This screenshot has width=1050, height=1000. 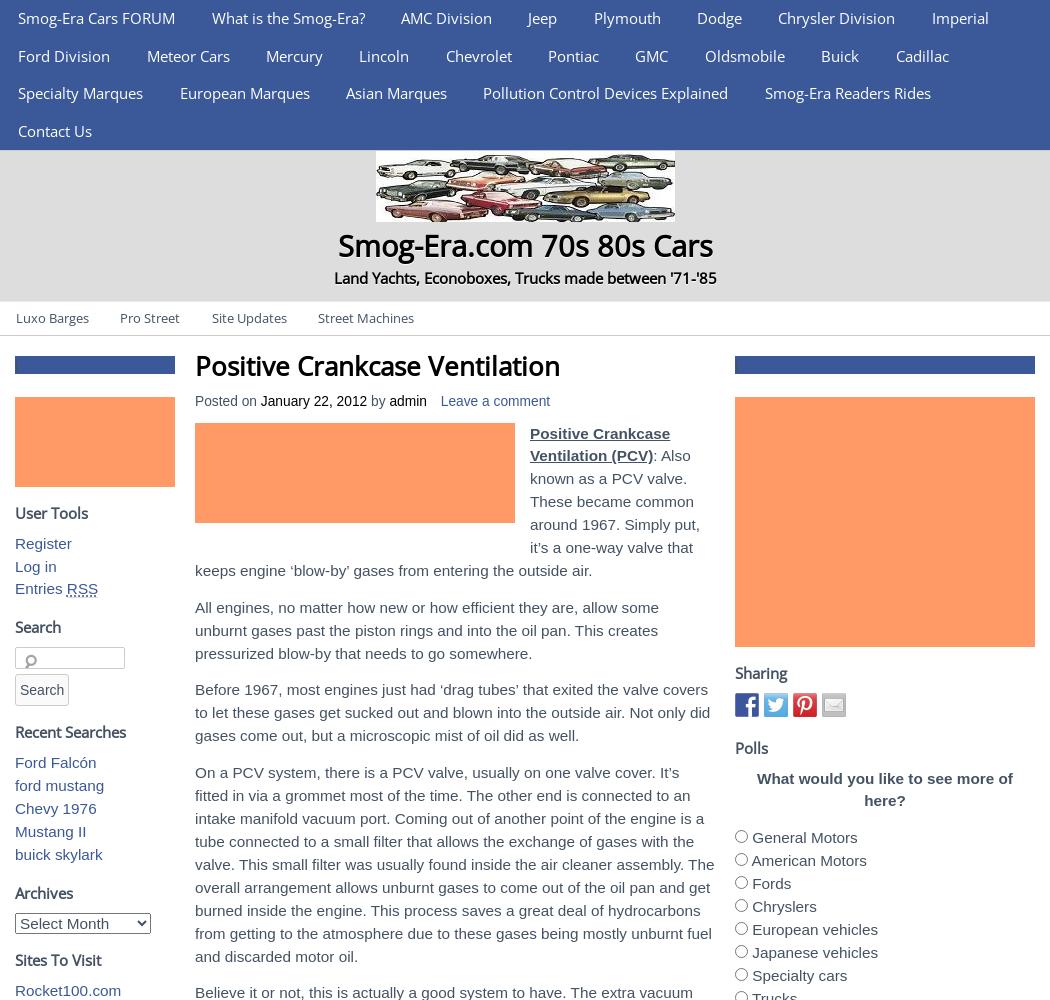 What do you see at coordinates (69, 731) in the screenshot?
I see `'Recent Searches'` at bounding box center [69, 731].